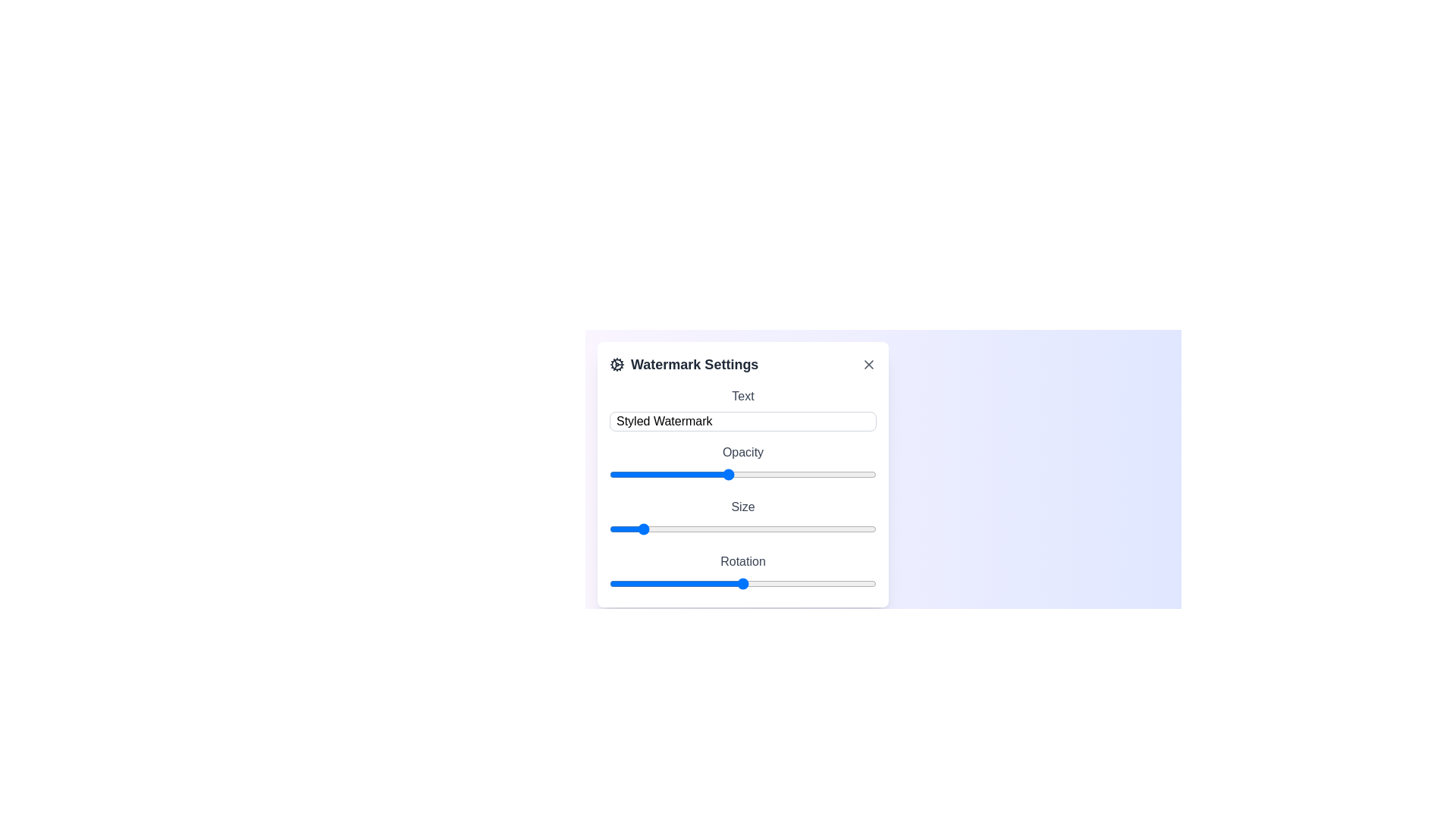 The width and height of the screenshot is (1456, 819). What do you see at coordinates (770, 583) in the screenshot?
I see `rotation` at bounding box center [770, 583].